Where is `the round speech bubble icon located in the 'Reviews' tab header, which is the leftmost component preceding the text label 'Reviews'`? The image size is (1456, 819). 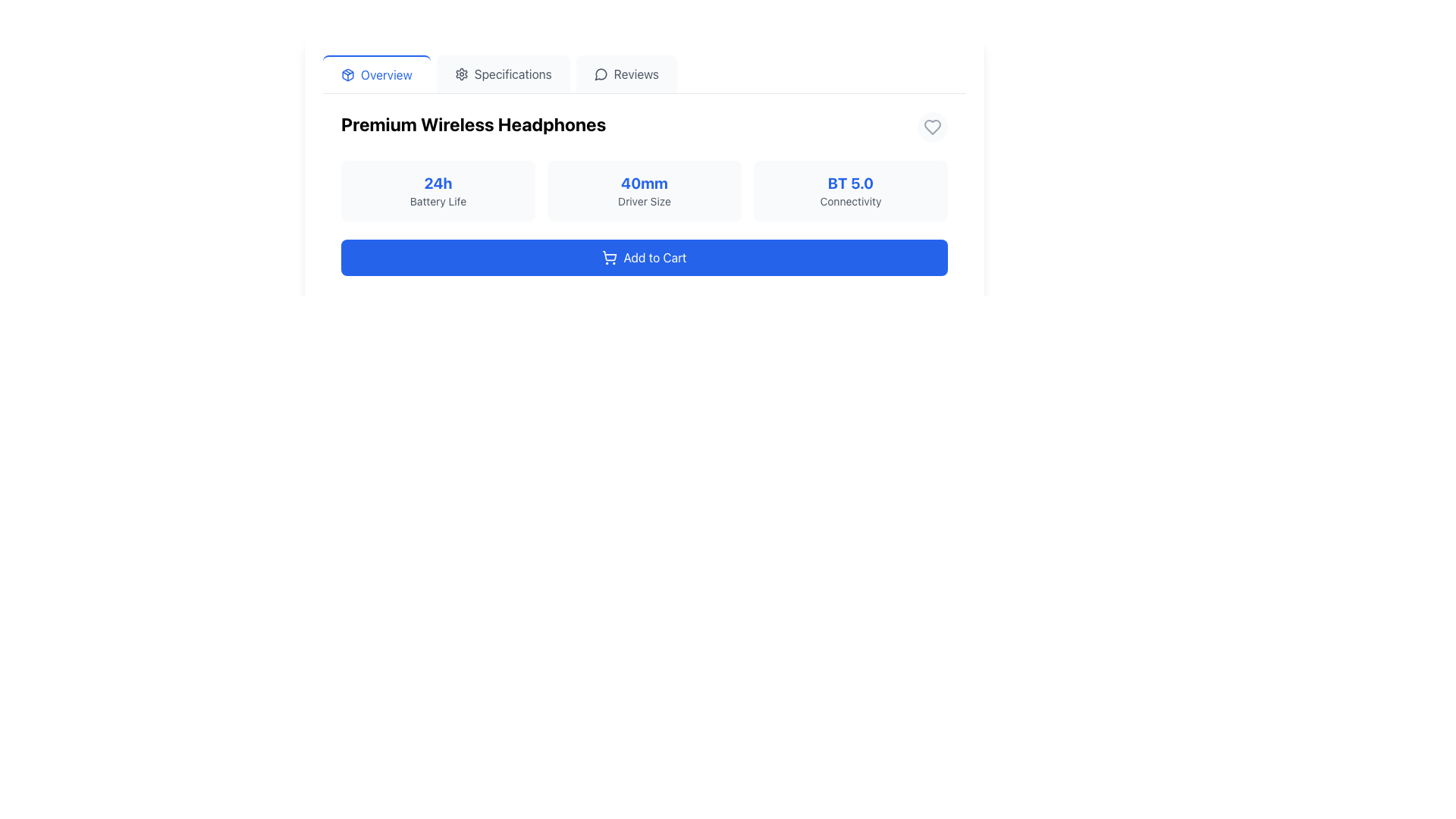
the round speech bubble icon located in the 'Reviews' tab header, which is the leftmost component preceding the text label 'Reviews' is located at coordinates (600, 74).